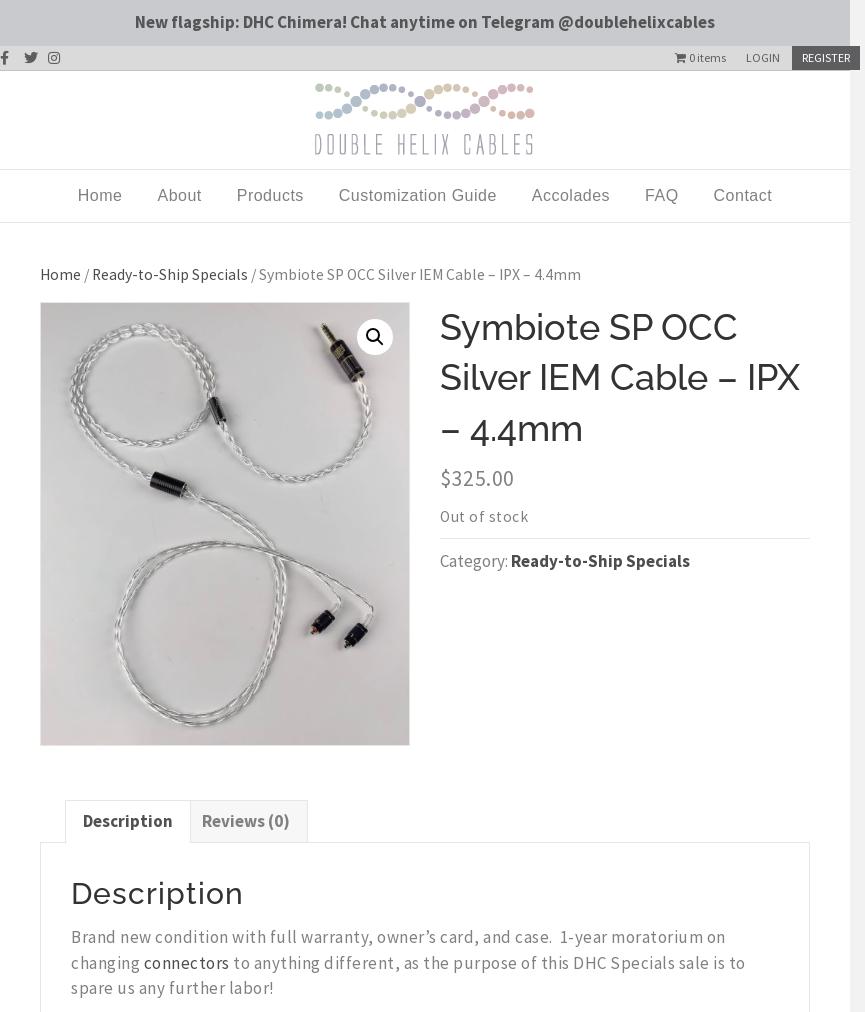  I want to click on 'About', so click(177, 194).